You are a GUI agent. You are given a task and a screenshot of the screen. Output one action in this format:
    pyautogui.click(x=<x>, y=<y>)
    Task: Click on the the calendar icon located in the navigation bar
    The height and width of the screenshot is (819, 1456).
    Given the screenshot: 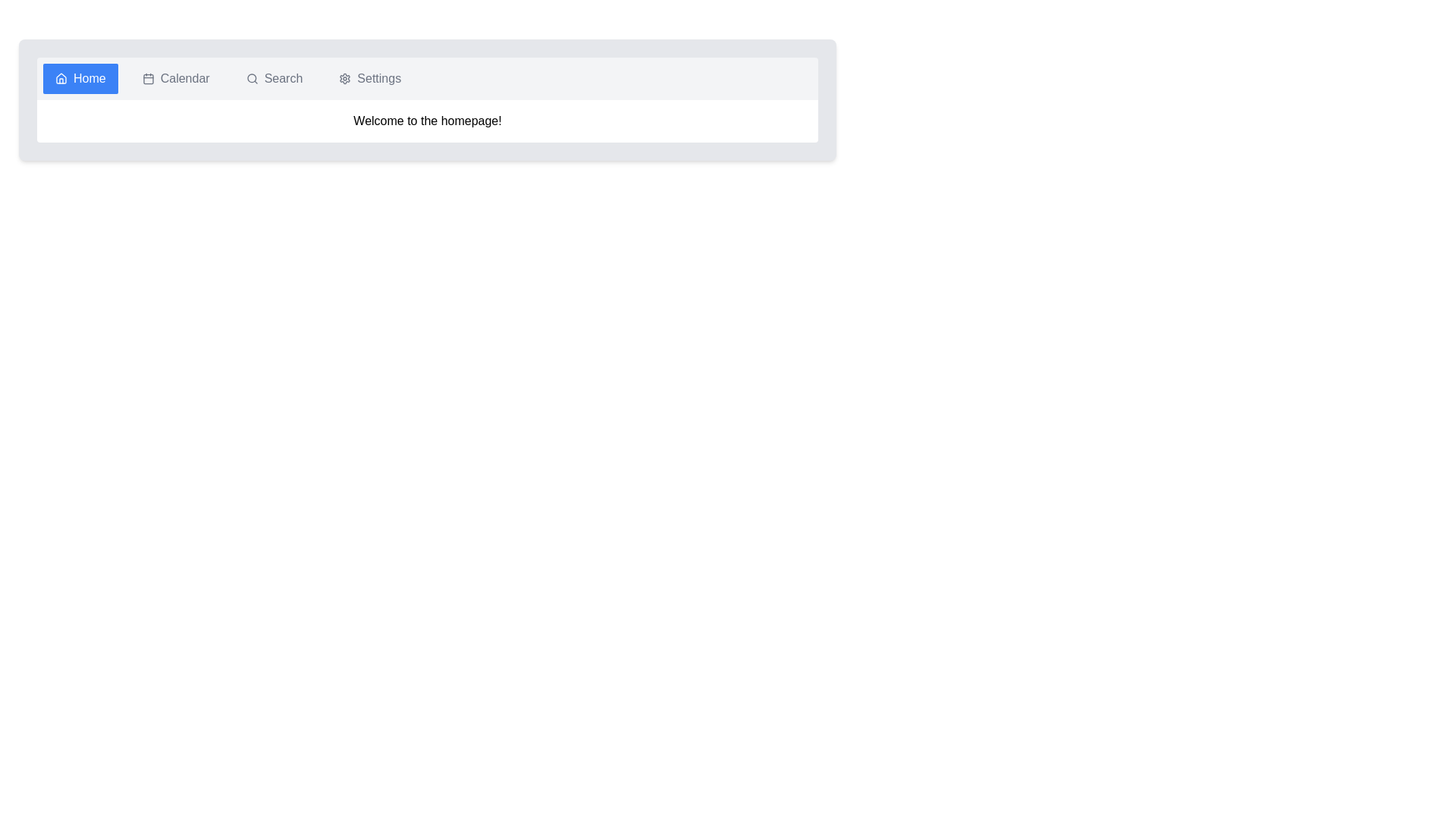 What is the action you would take?
    pyautogui.click(x=148, y=79)
    